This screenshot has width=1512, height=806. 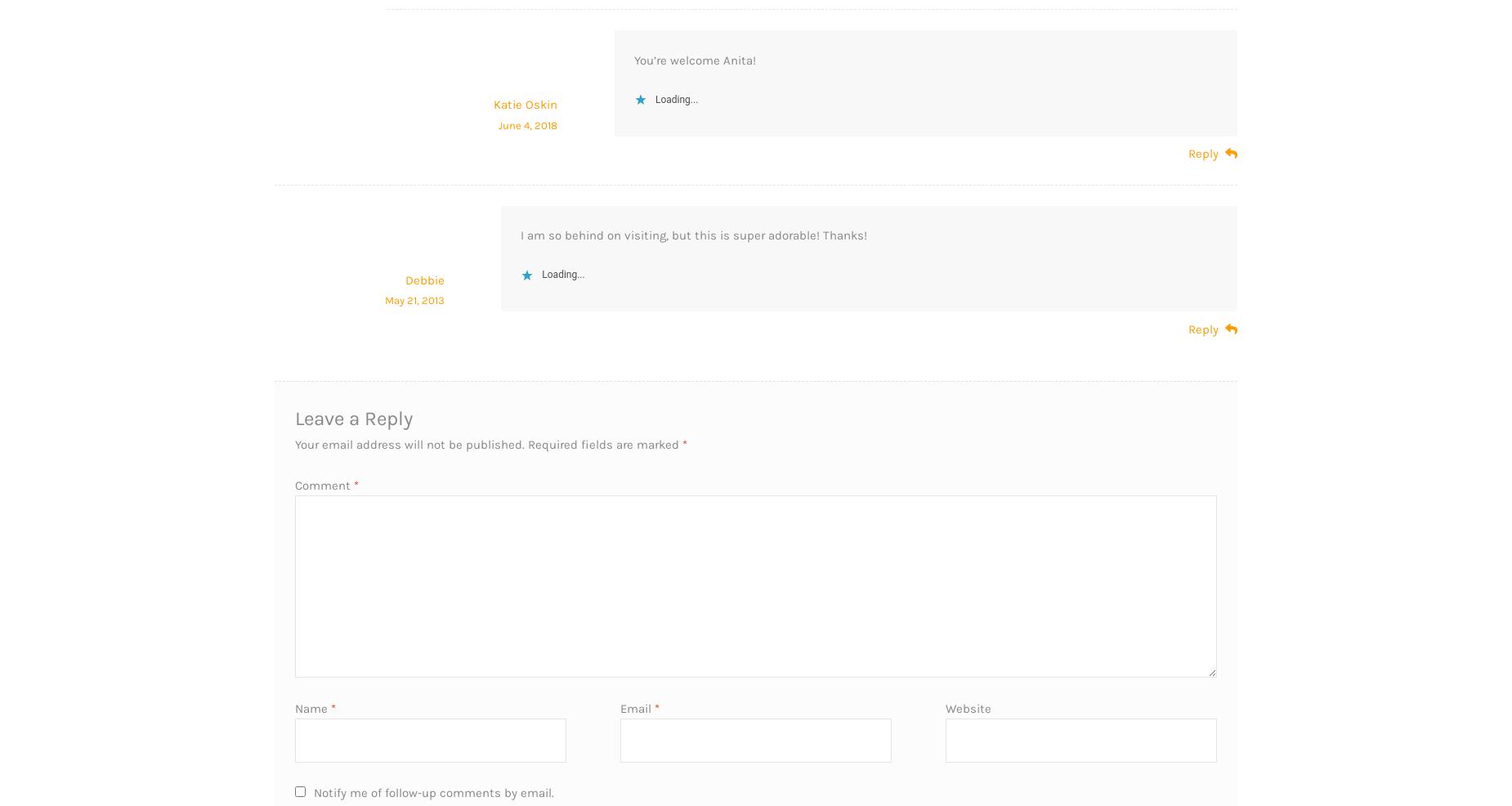 What do you see at coordinates (605, 442) in the screenshot?
I see `'Required fields are marked'` at bounding box center [605, 442].